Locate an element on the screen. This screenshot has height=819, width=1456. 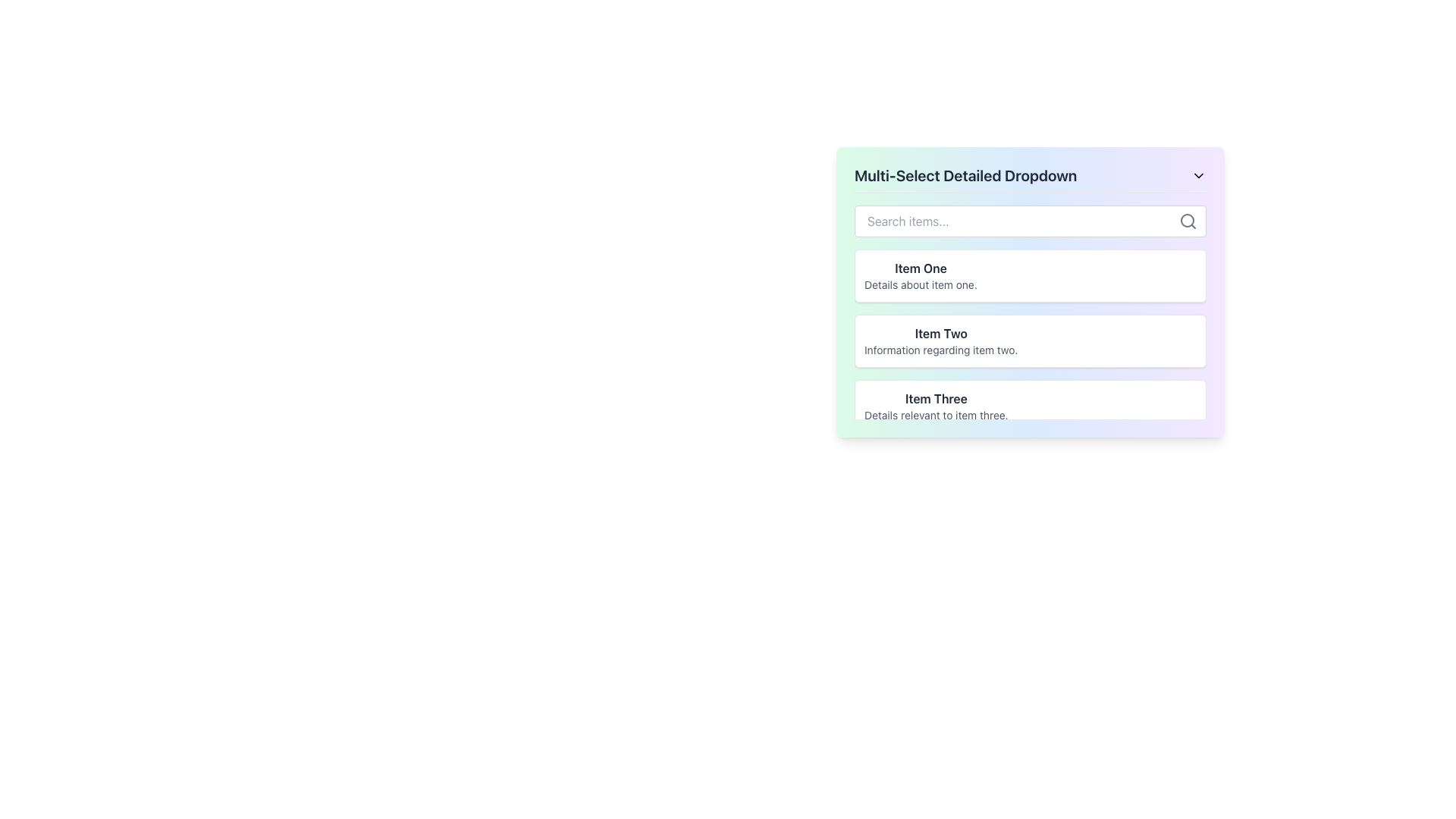
the interactive list item titled 'Item Two' within the dropdown menu, which displays information regarding item two is located at coordinates (1030, 374).